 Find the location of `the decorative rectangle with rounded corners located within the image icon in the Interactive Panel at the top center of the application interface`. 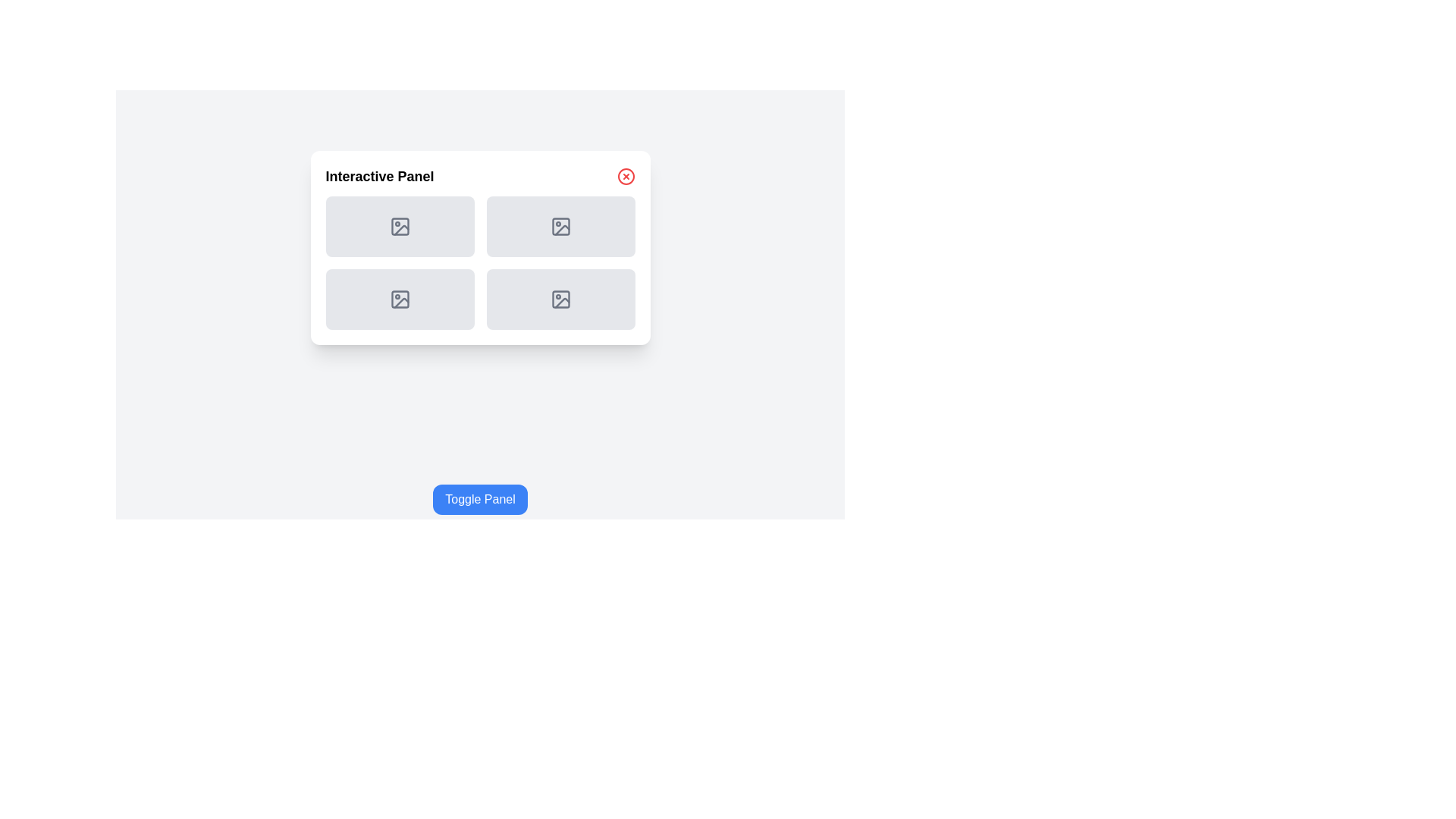

the decorative rectangle with rounded corners located within the image icon in the Interactive Panel at the top center of the application interface is located at coordinates (400, 227).